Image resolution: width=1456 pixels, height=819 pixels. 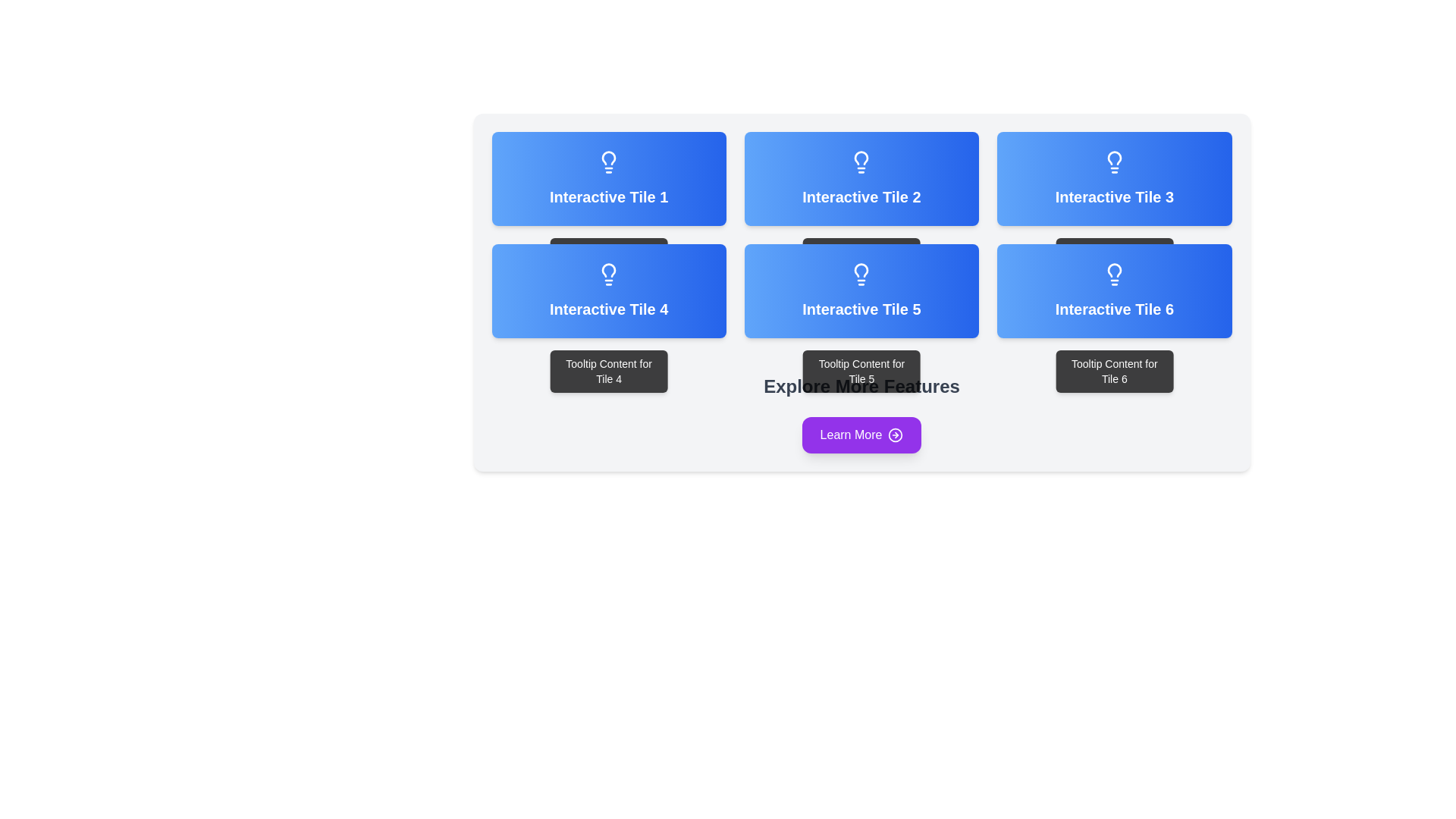 I want to click on the non-interactive heading or informational label that is centered among components below Interactive Tile 5 and above the 'Learn More' button, so click(x=861, y=385).